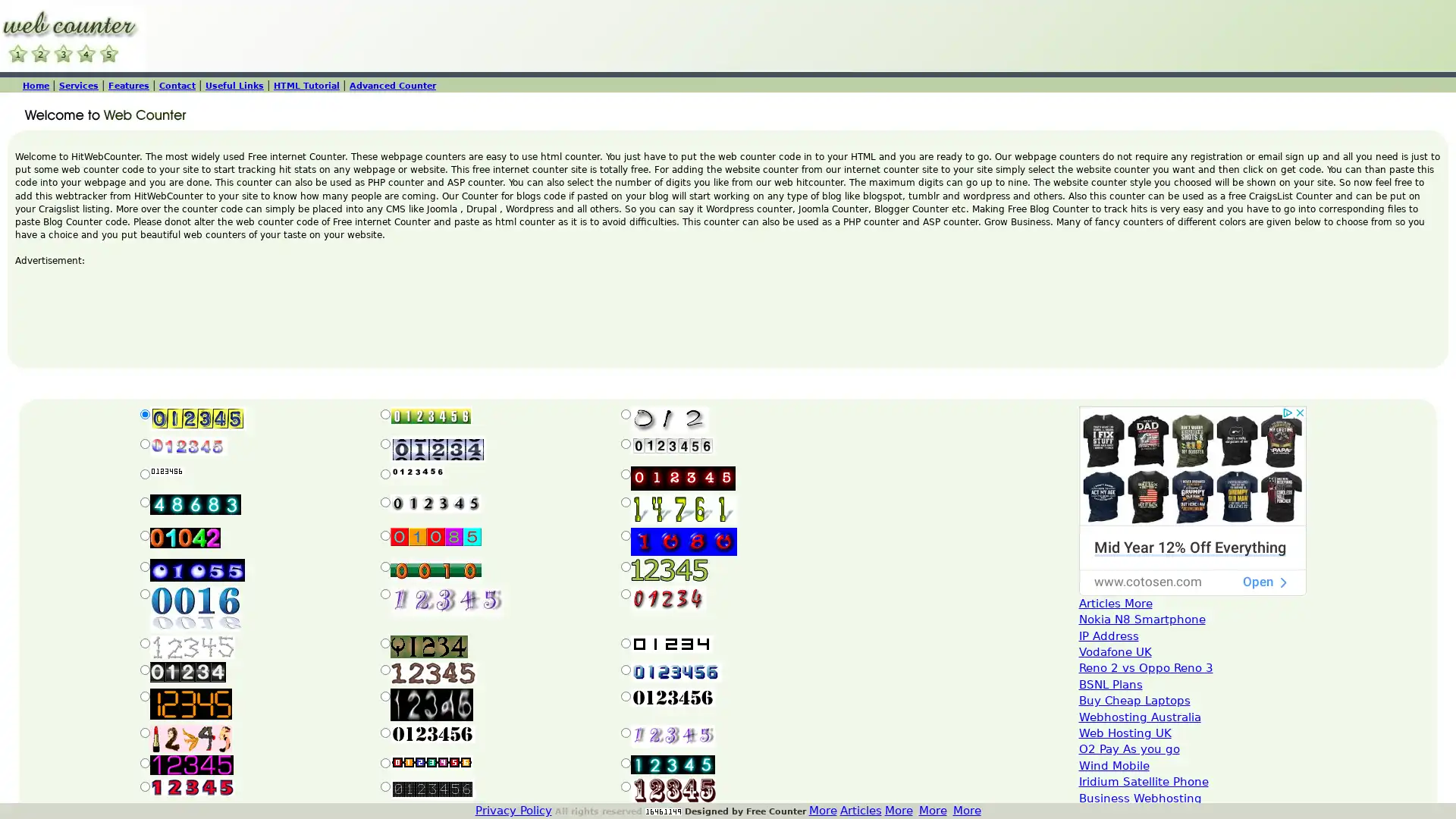  What do you see at coordinates (436, 448) in the screenshot?
I see `Submit` at bounding box center [436, 448].